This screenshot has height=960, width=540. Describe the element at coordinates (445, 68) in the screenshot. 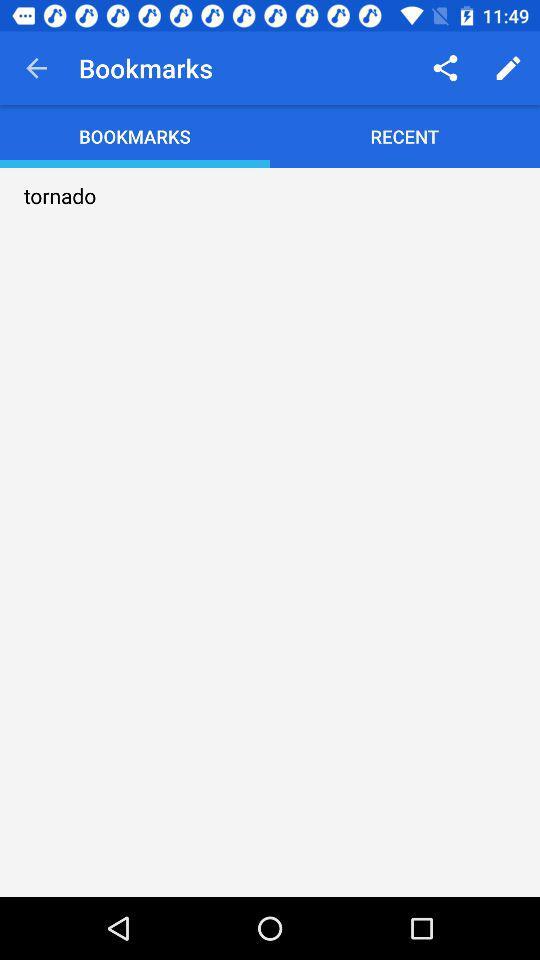

I see `the icon next to bookmarks item` at that location.